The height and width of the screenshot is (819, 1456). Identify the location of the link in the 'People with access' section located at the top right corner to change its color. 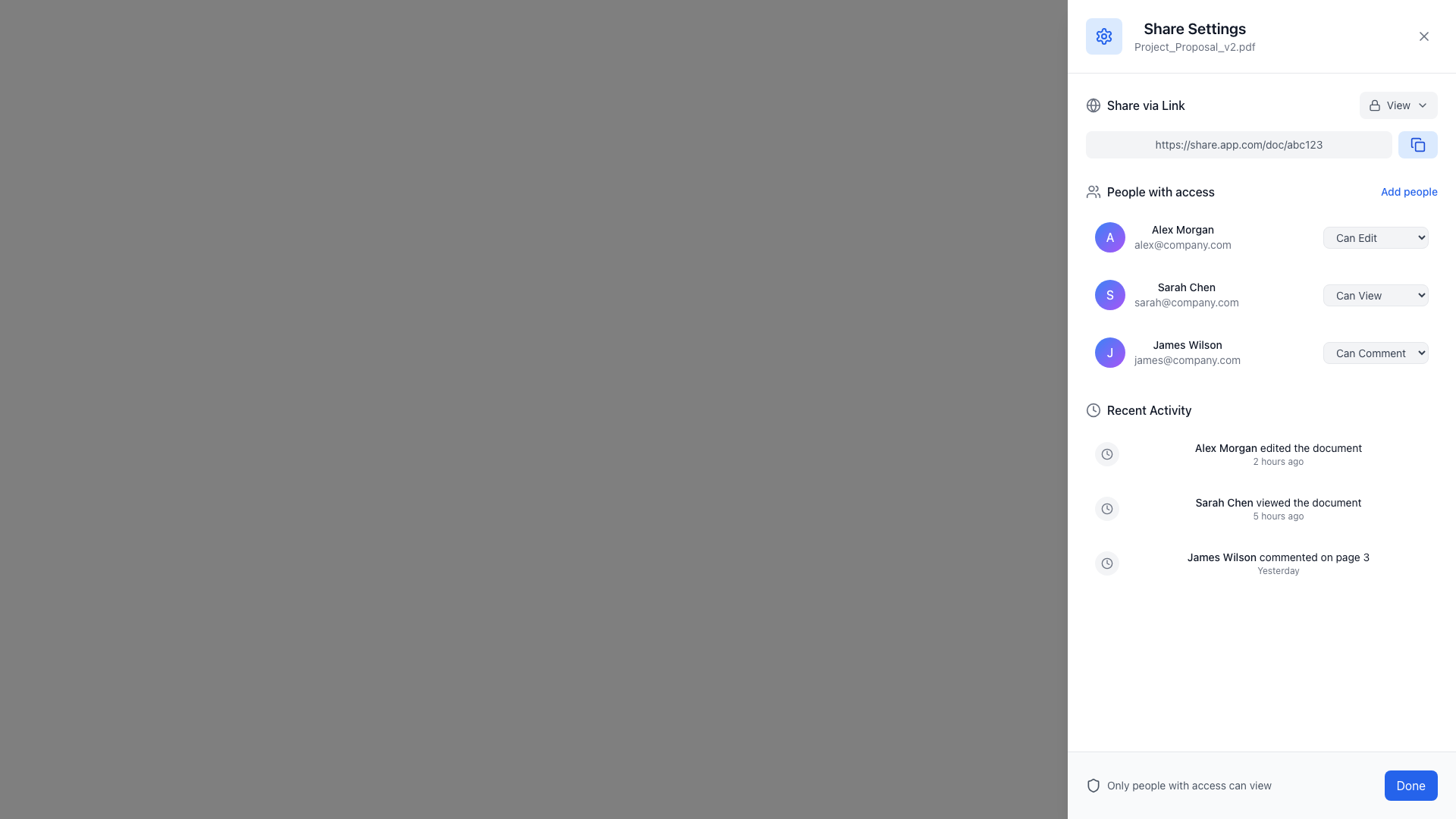
(1408, 191).